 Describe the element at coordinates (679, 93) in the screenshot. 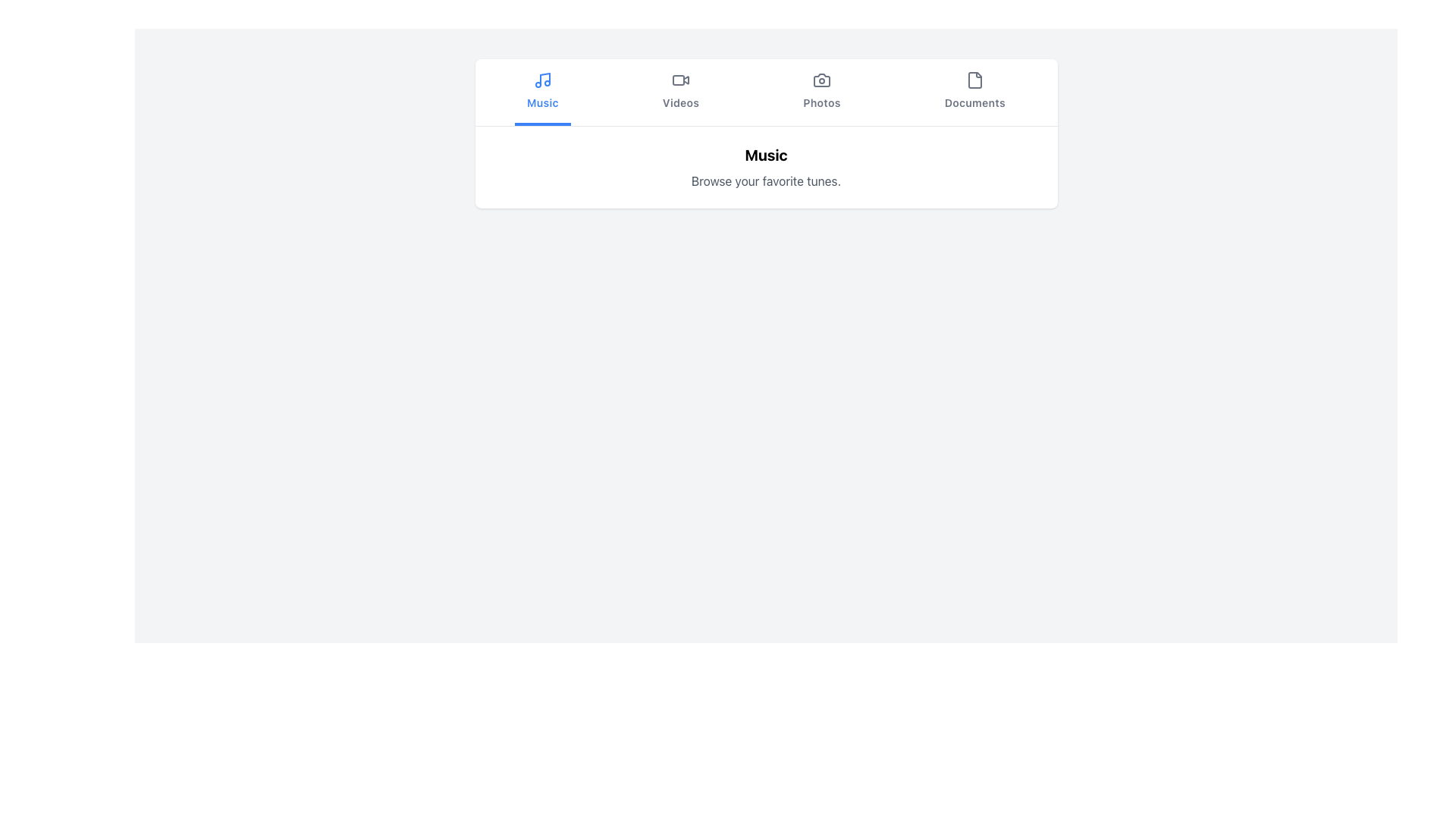

I see `the navigation button located between 'Music' and 'Photos'` at that location.